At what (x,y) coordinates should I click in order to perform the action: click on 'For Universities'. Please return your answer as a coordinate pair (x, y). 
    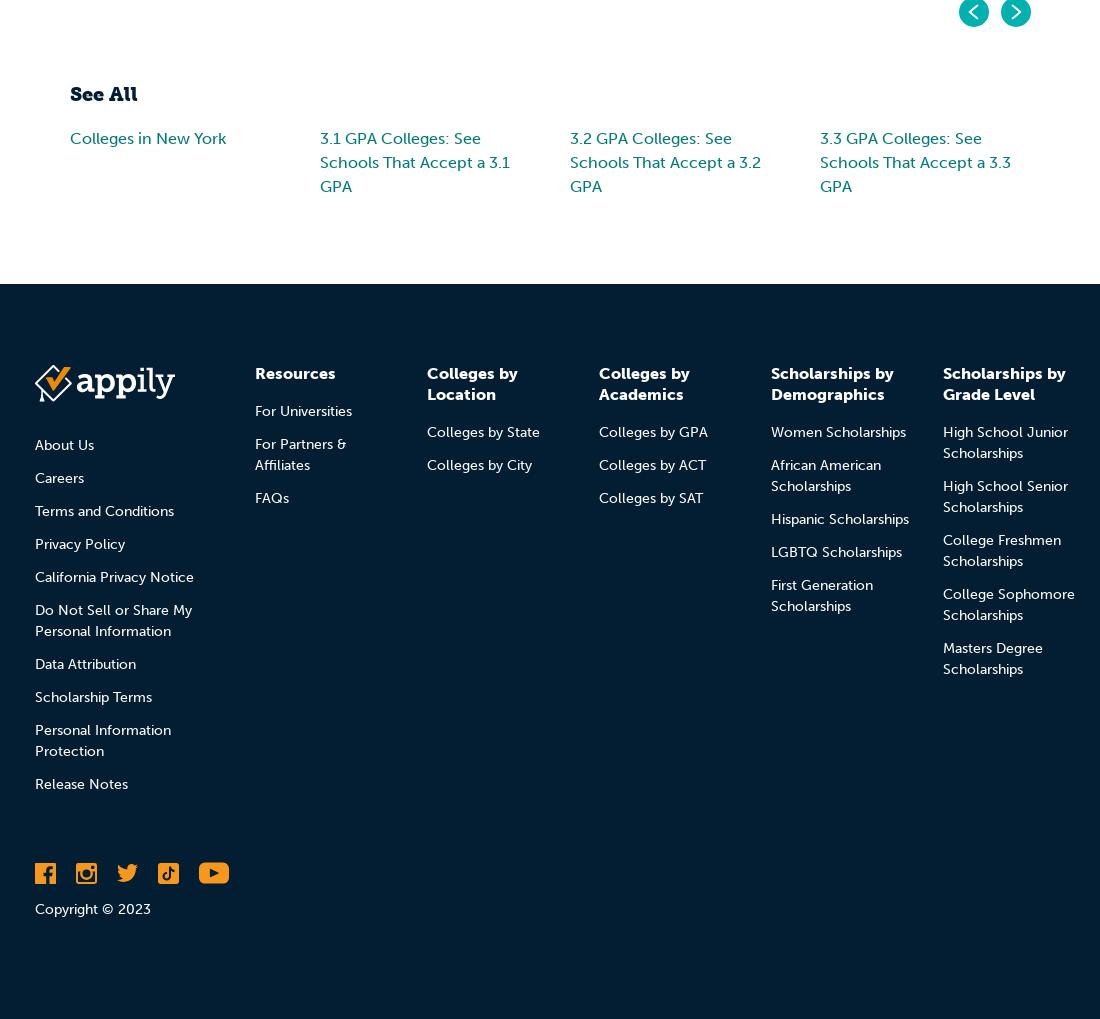
    Looking at the image, I should click on (302, 409).